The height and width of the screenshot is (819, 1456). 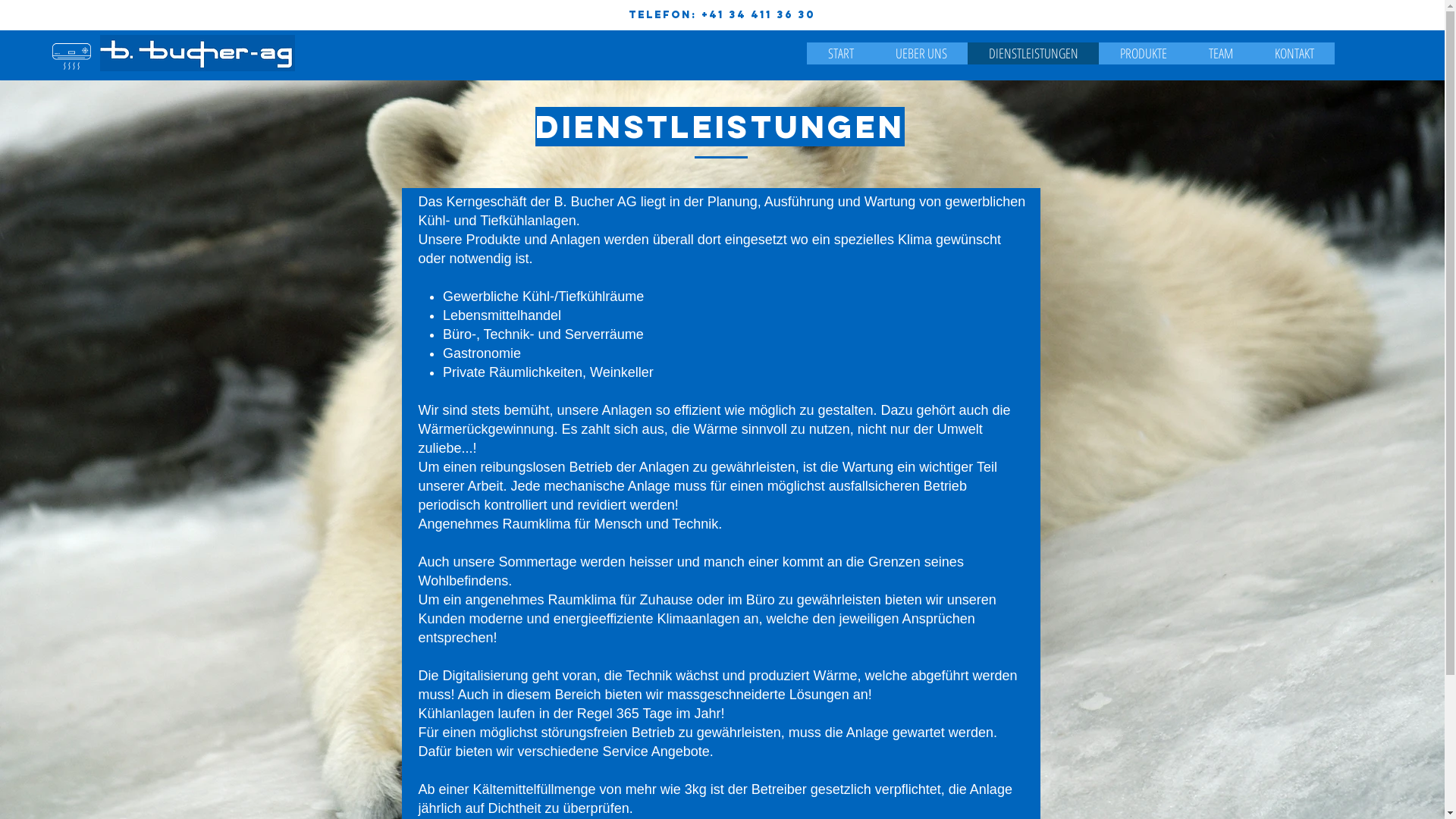 What do you see at coordinates (1032, 52) in the screenshot?
I see `'DIENSTLEISTUNGEN'` at bounding box center [1032, 52].